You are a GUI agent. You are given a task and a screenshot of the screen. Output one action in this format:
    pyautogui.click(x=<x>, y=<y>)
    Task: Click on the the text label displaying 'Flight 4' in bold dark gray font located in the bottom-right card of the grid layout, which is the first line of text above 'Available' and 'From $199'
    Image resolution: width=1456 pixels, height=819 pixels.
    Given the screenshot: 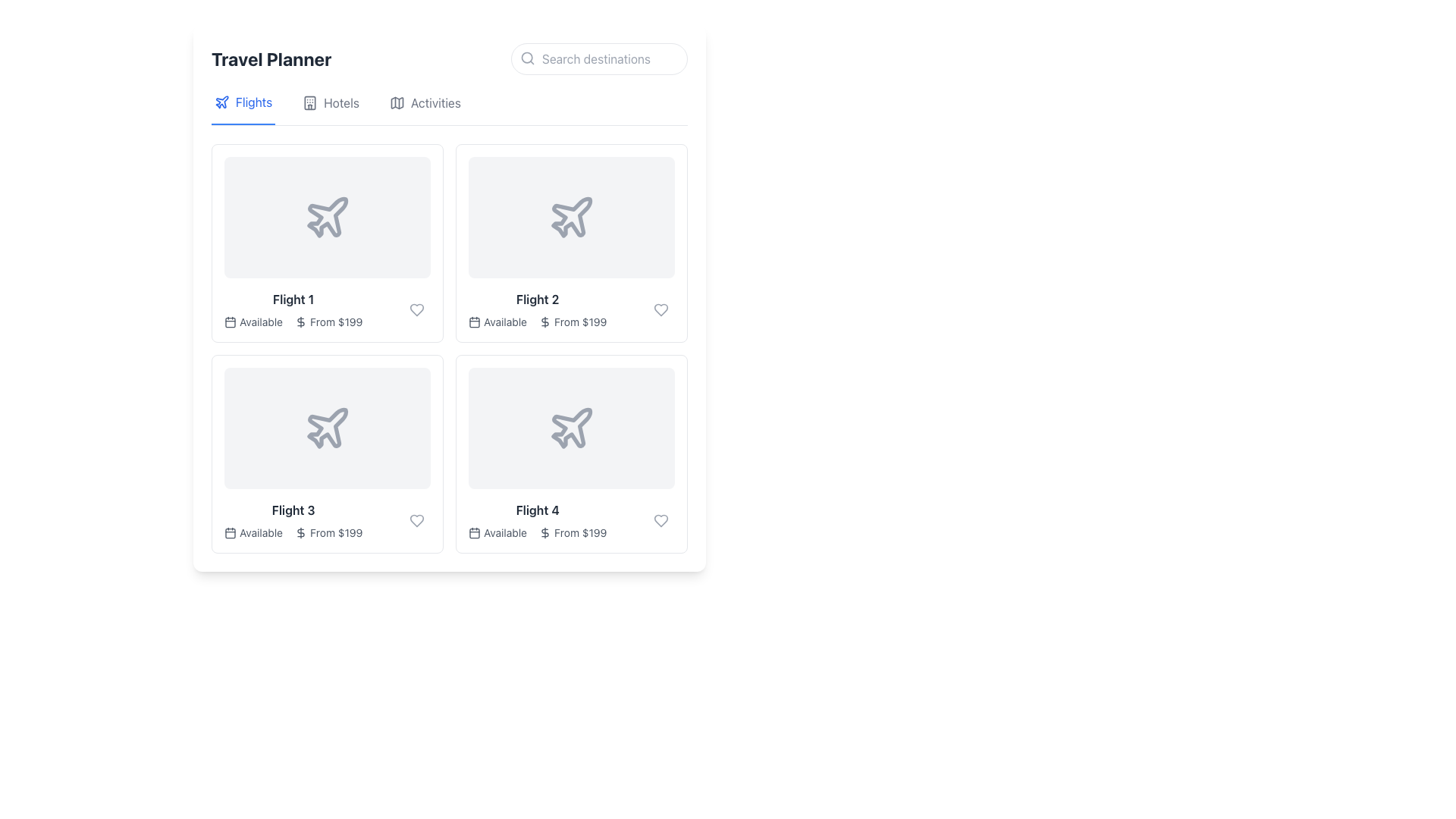 What is the action you would take?
    pyautogui.click(x=538, y=510)
    